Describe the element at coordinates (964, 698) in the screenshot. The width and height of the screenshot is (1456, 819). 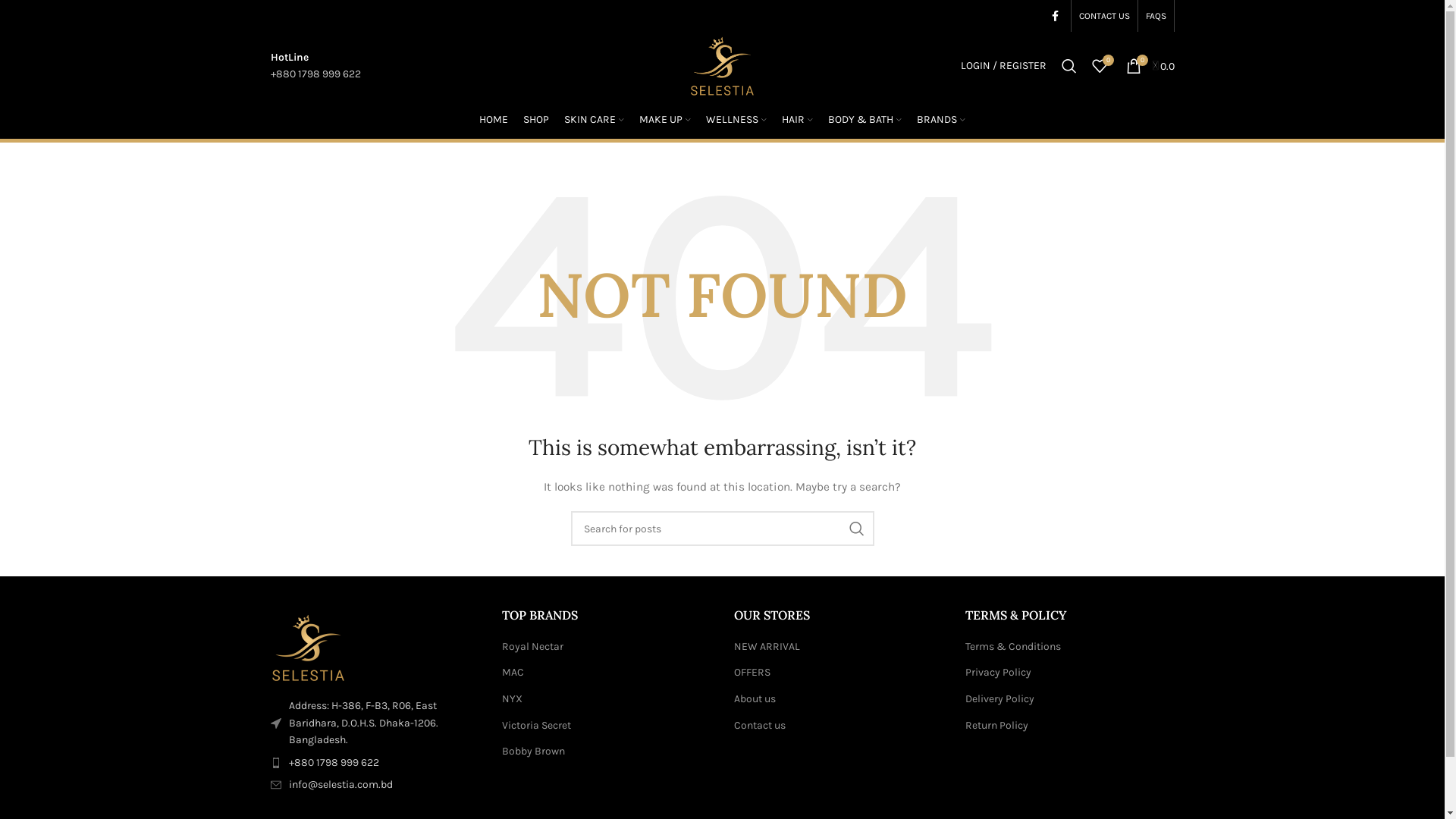
I see `'Delivery Policy'` at that location.